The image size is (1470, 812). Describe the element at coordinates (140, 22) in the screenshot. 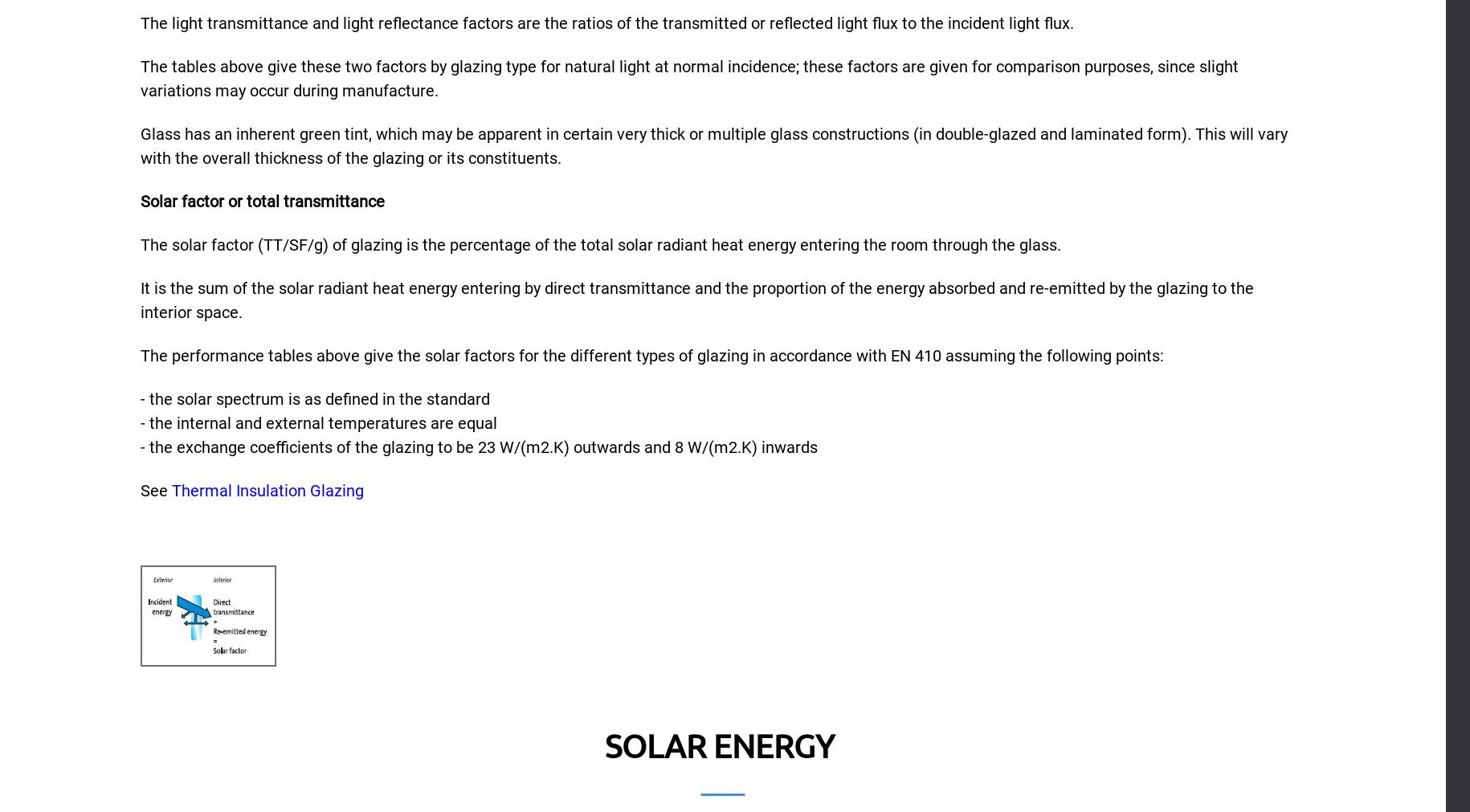

I see `'The light transmittance and light reflectance factors are the ratios of the transmitted or reflected light flux to the incident light flux.'` at that location.